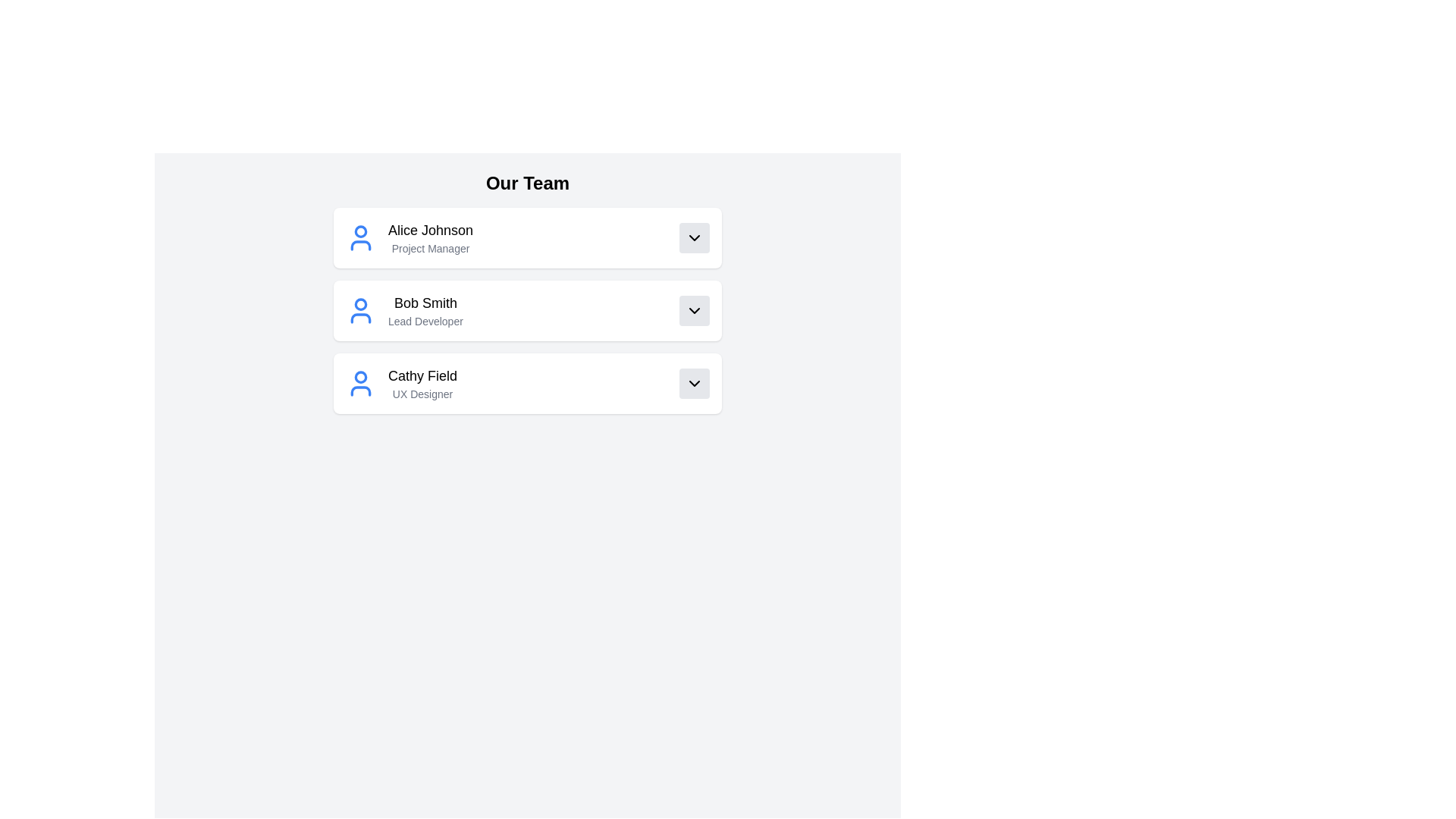 The image size is (1456, 819). Describe the element at coordinates (430, 237) in the screenshot. I see `text label displaying 'Alice Johnson' and 'Project Manager' located in the first row under 'Our Team', centered horizontally within the white card` at that location.